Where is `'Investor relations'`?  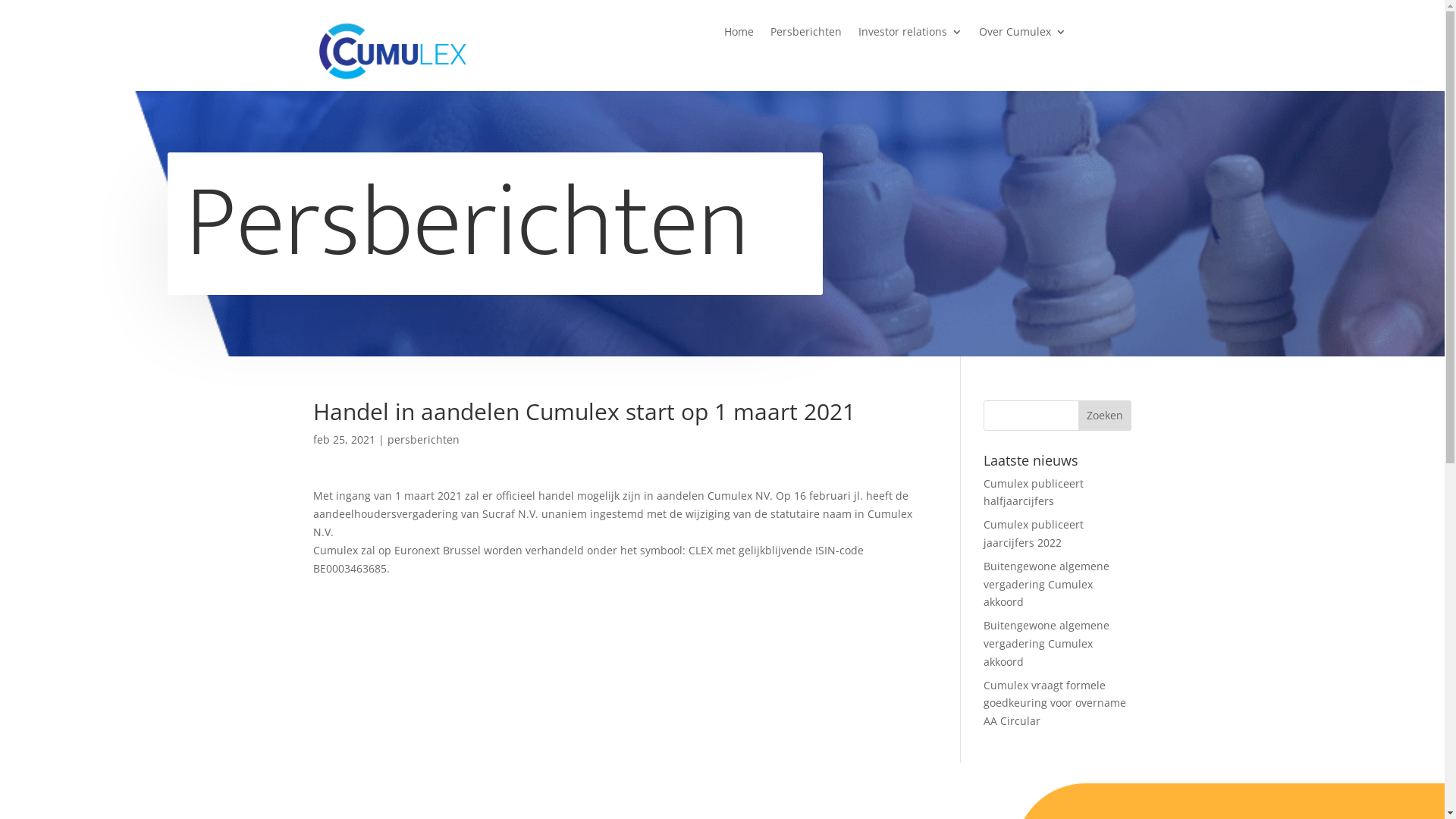
'Investor relations' is located at coordinates (910, 34).